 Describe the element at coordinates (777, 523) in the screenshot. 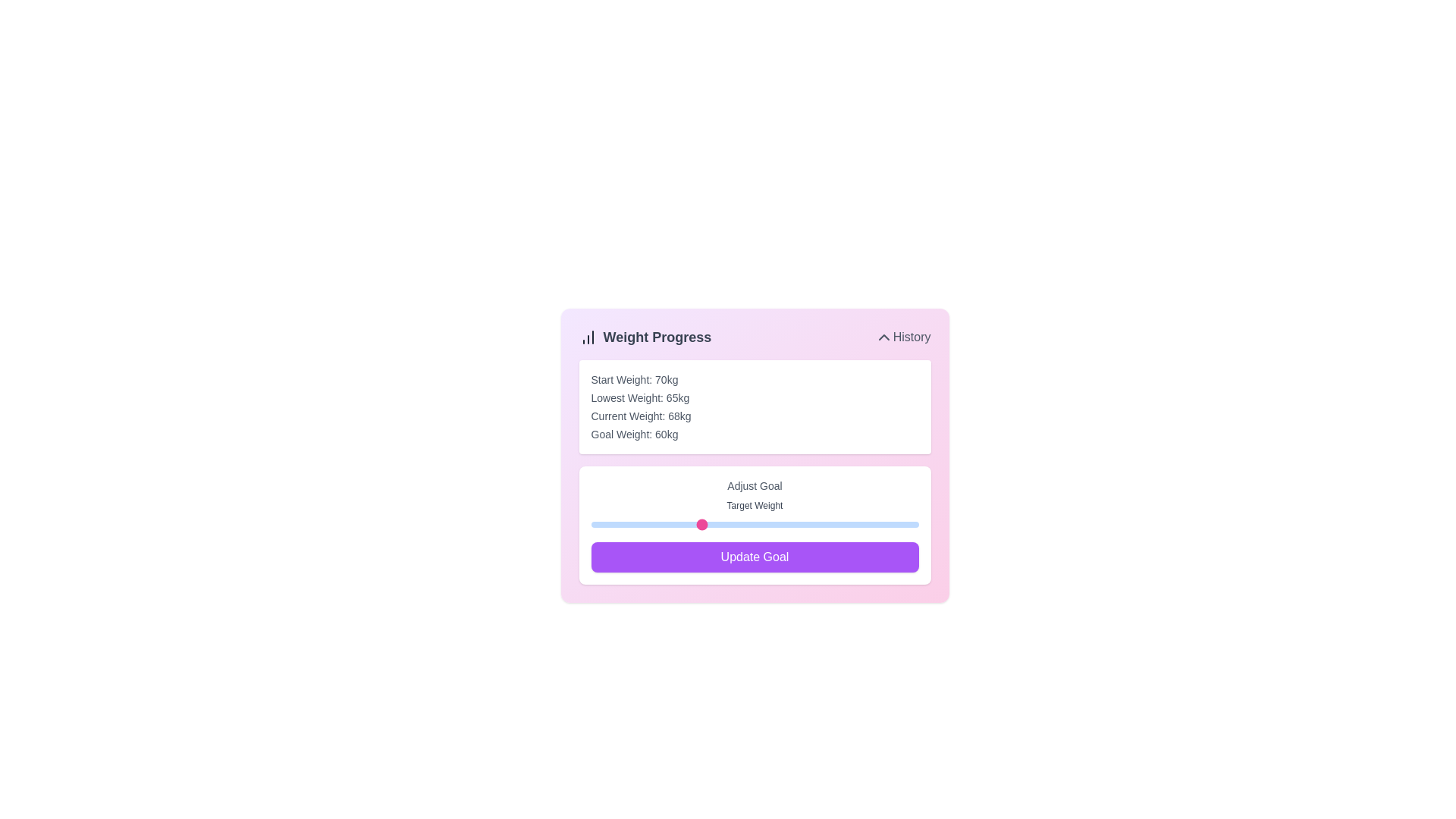

I see `the goal weight slider to 67 kg` at that location.